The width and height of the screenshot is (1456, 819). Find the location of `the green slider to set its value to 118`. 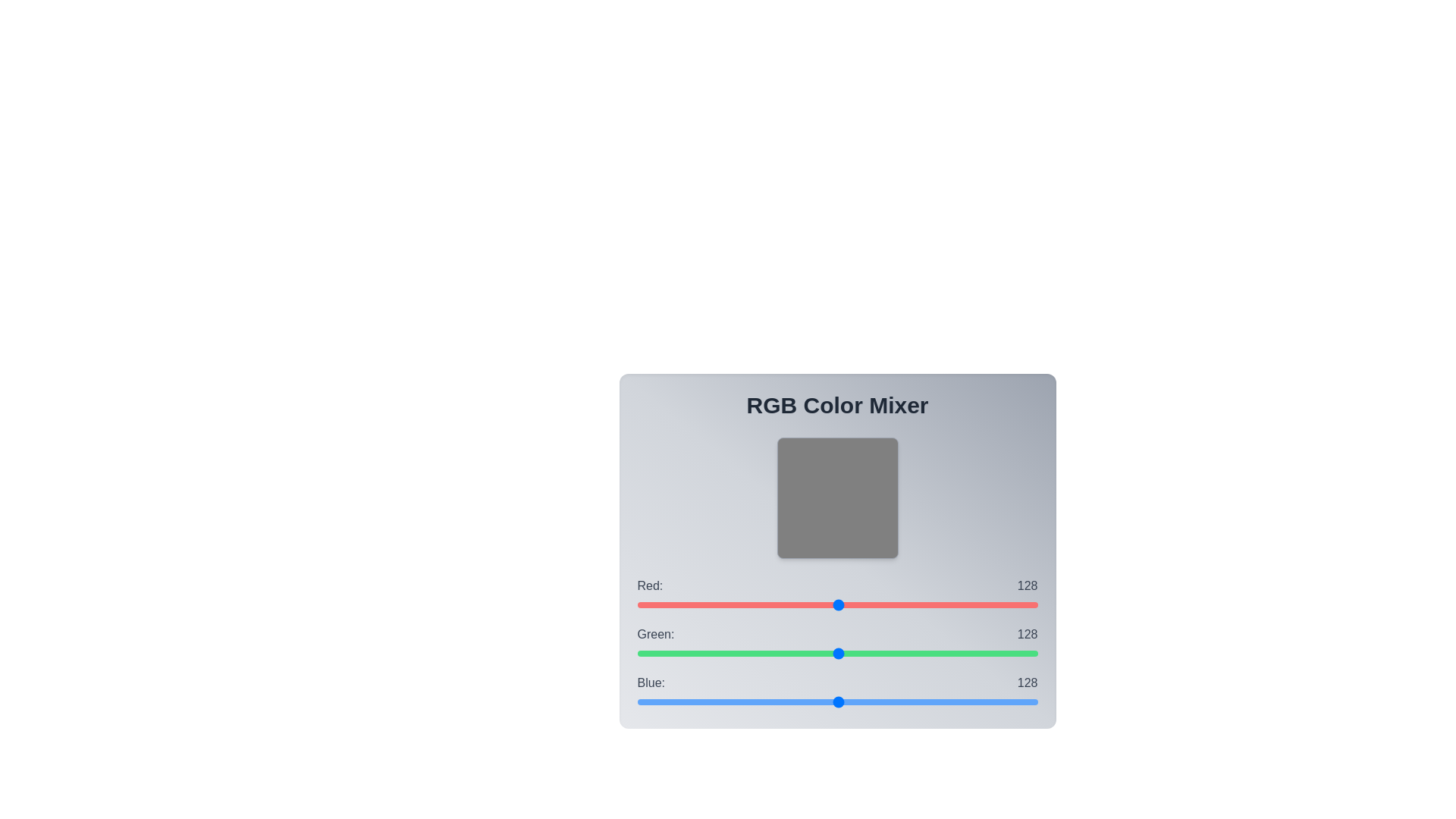

the green slider to set its value to 118 is located at coordinates (821, 652).